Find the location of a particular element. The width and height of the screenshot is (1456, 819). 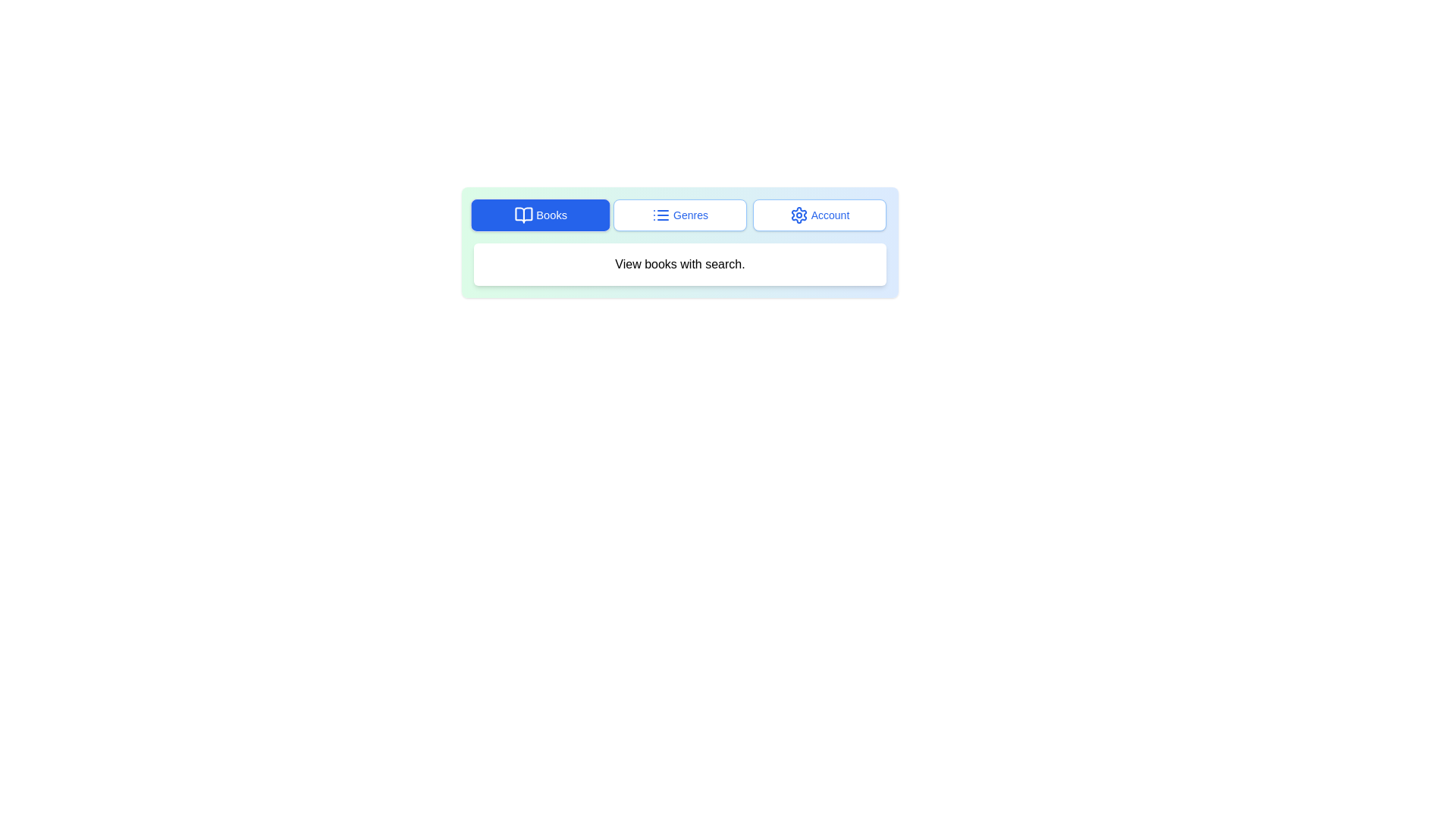

the 'Books' text label embedded in the button, which is white text on a blue background, located in the top-left section of the horizontal menu bar is located at coordinates (551, 215).